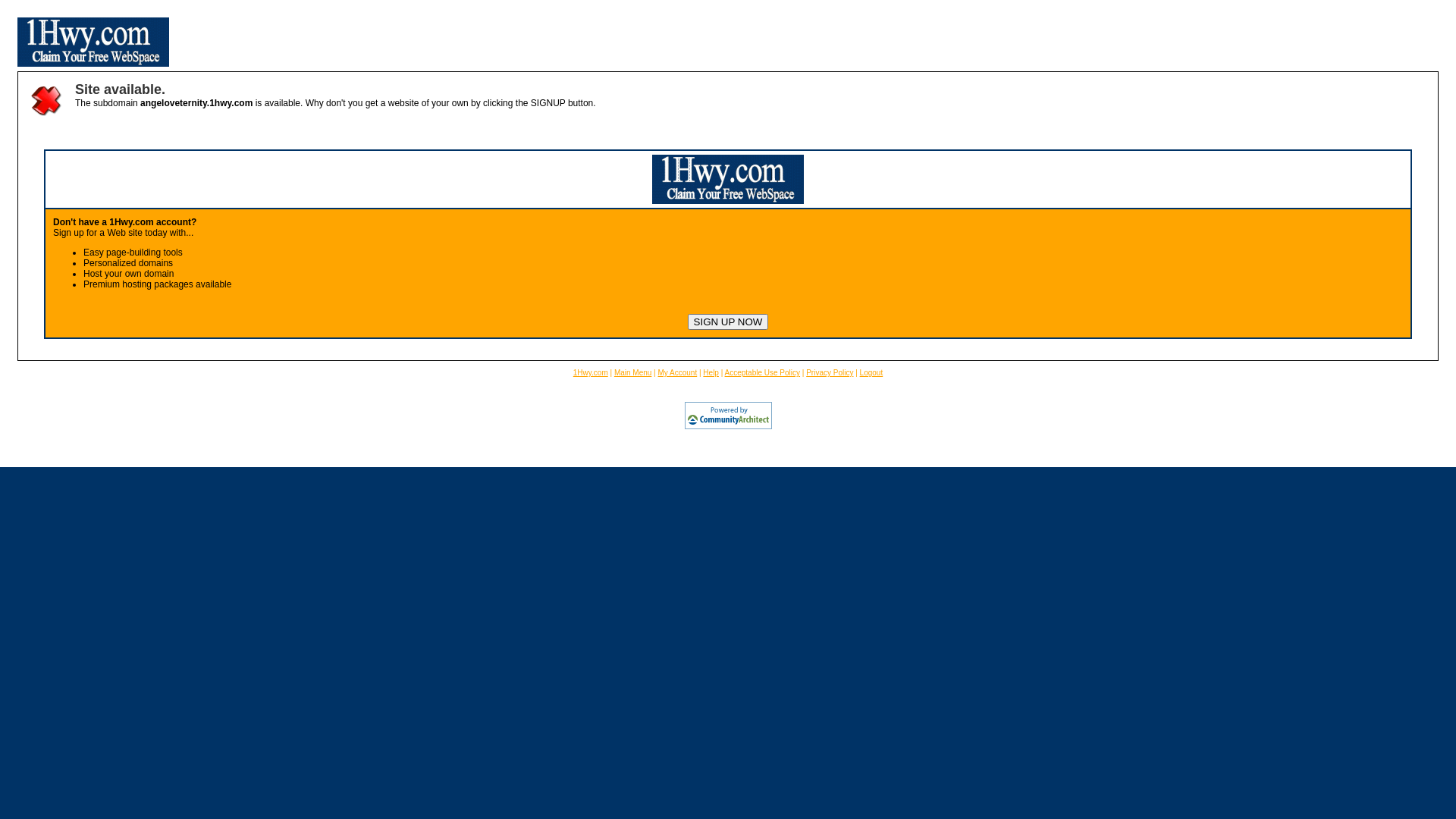 The height and width of the screenshot is (819, 1456). What do you see at coordinates (632, 372) in the screenshot?
I see `'Main Menu'` at bounding box center [632, 372].